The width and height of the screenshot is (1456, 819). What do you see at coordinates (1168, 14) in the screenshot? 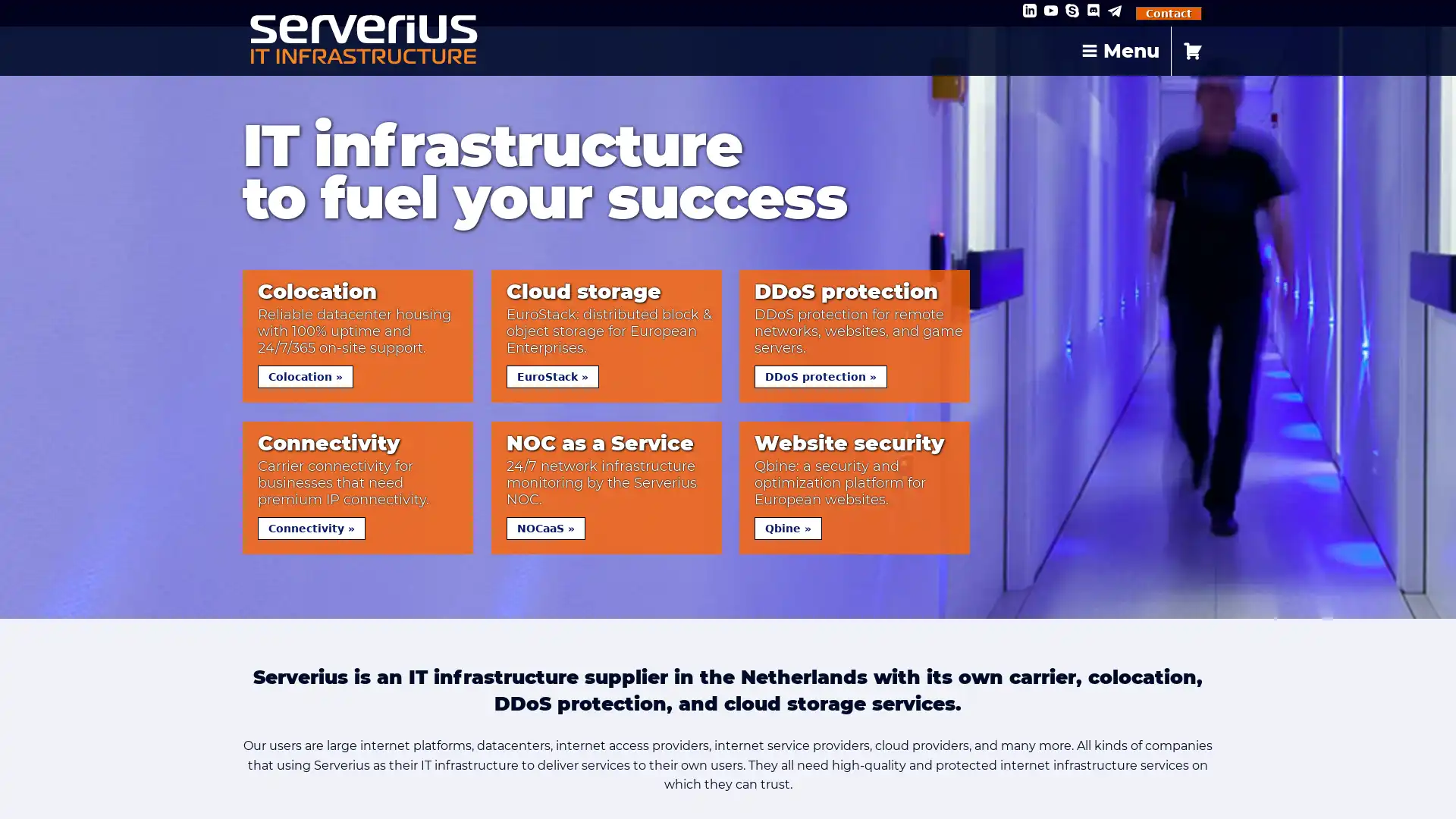
I see `Contact` at bounding box center [1168, 14].